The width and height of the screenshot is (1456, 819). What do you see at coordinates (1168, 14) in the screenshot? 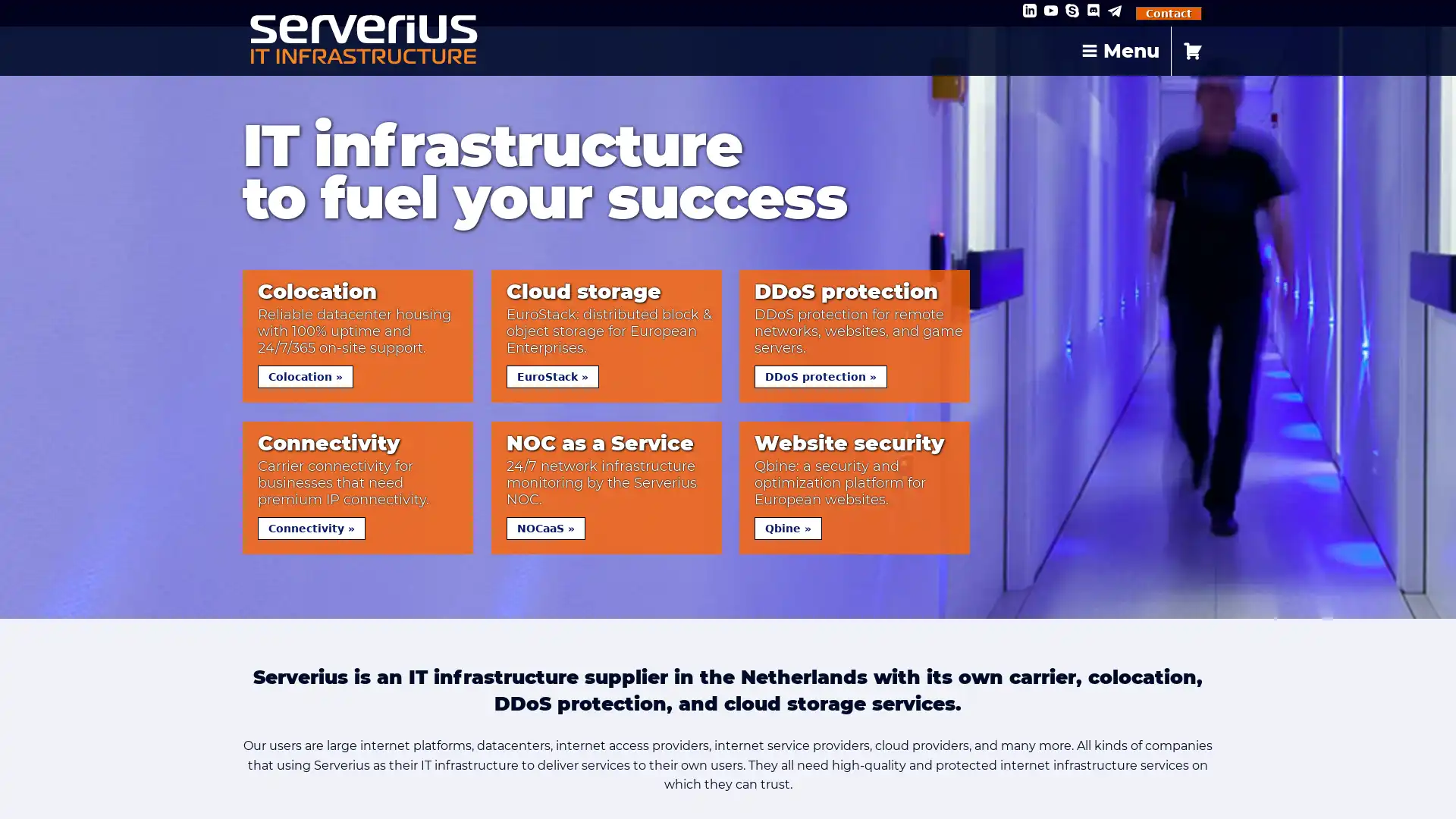
I see `Contact` at bounding box center [1168, 14].